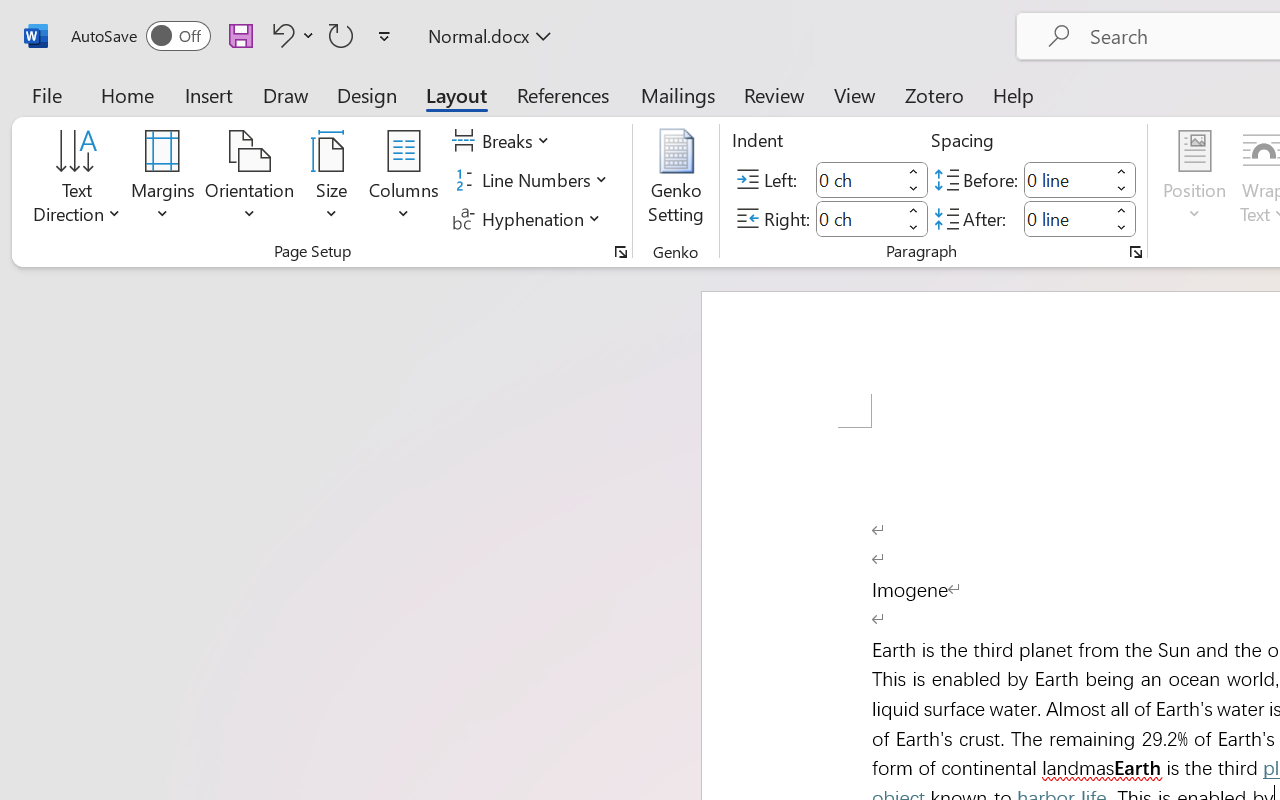 Image resolution: width=1280 pixels, height=800 pixels. Describe the element at coordinates (163, 179) in the screenshot. I see `'Margins'` at that location.